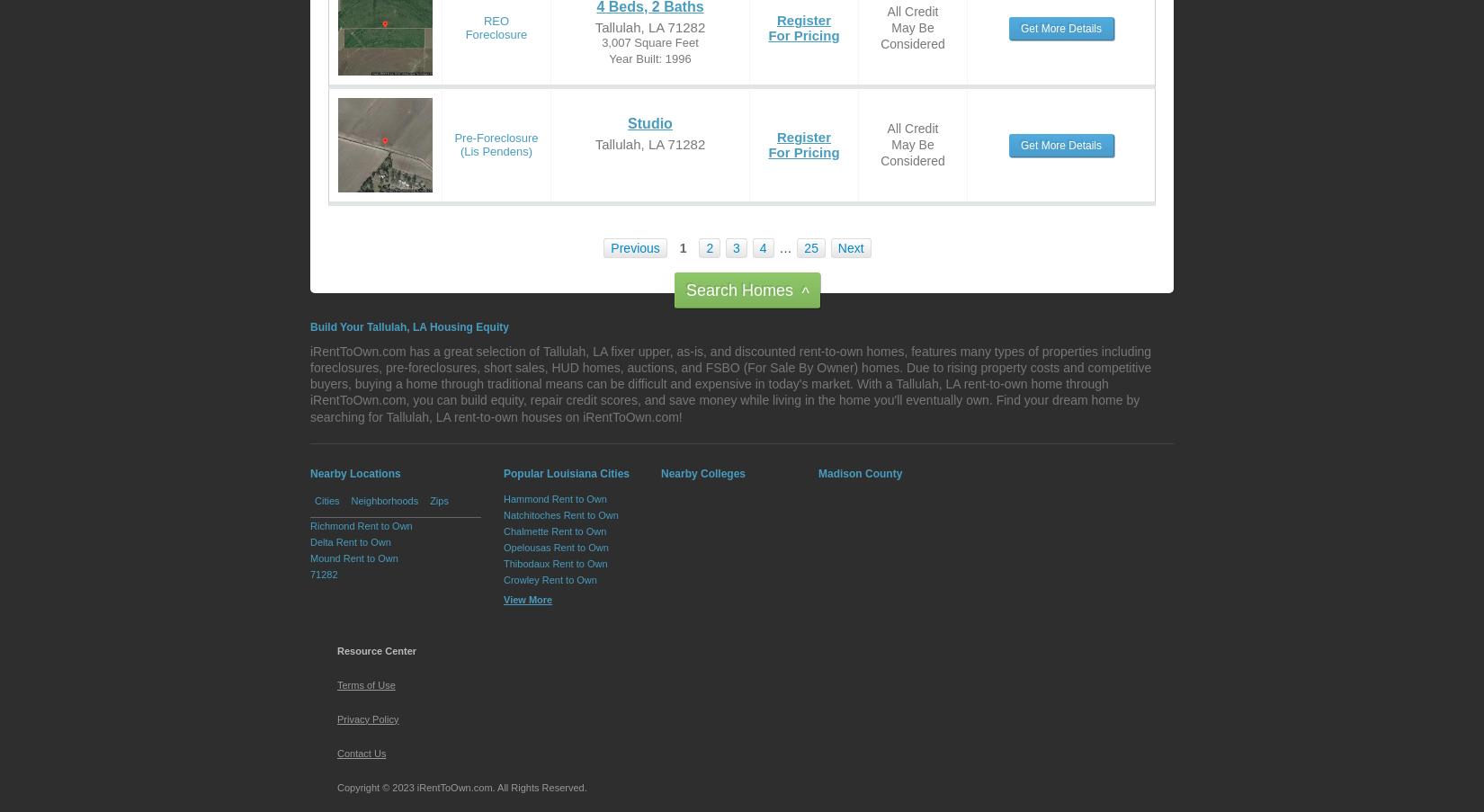  Describe the element at coordinates (553, 531) in the screenshot. I see `'Chalmette
Rent to Own'` at that location.